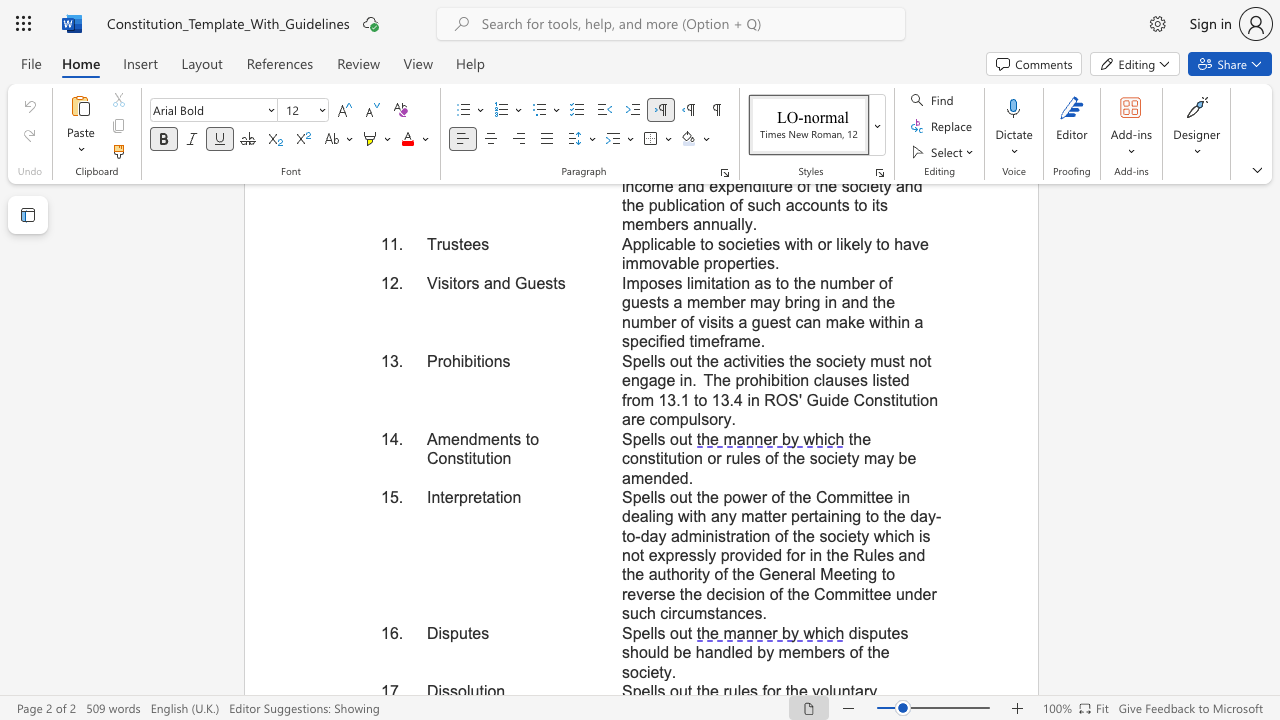  I want to click on the subset text "ing t" within the text "pertaining to", so click(839, 515).